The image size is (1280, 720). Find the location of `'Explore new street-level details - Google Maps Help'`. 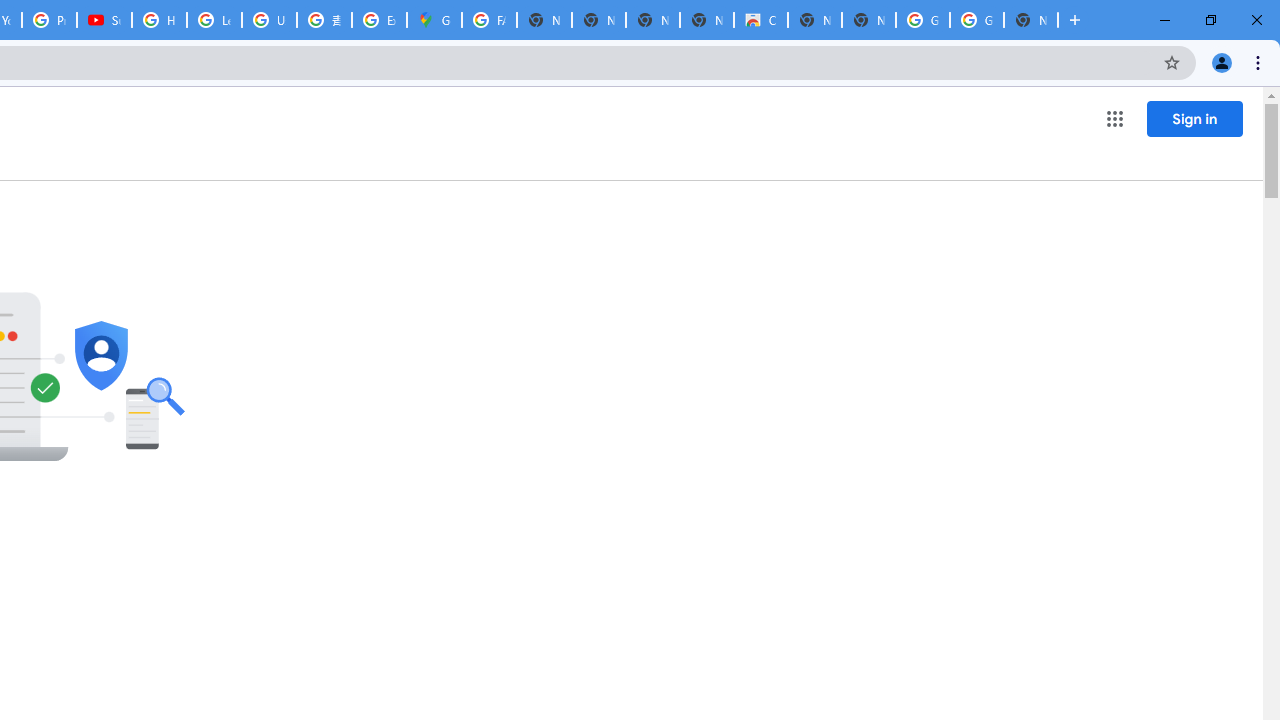

'Explore new street-level details - Google Maps Help' is located at coordinates (379, 20).